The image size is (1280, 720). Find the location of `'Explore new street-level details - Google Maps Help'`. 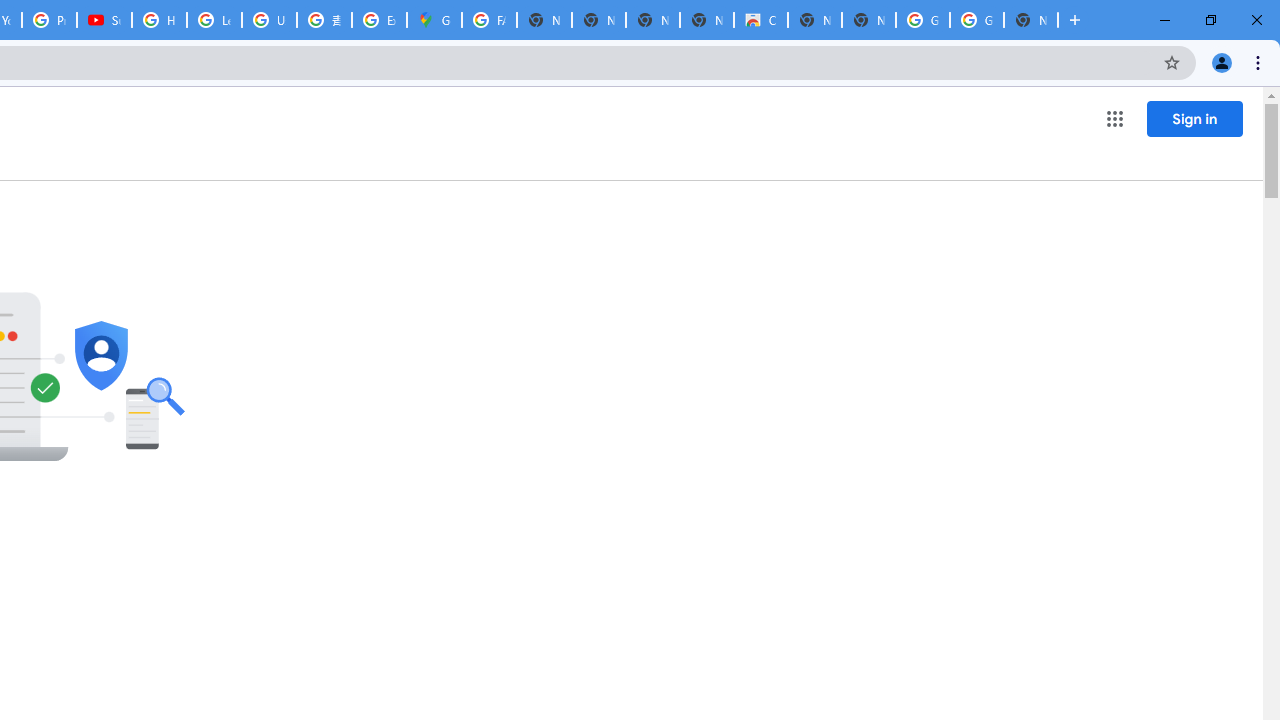

'Explore new street-level details - Google Maps Help' is located at coordinates (379, 20).